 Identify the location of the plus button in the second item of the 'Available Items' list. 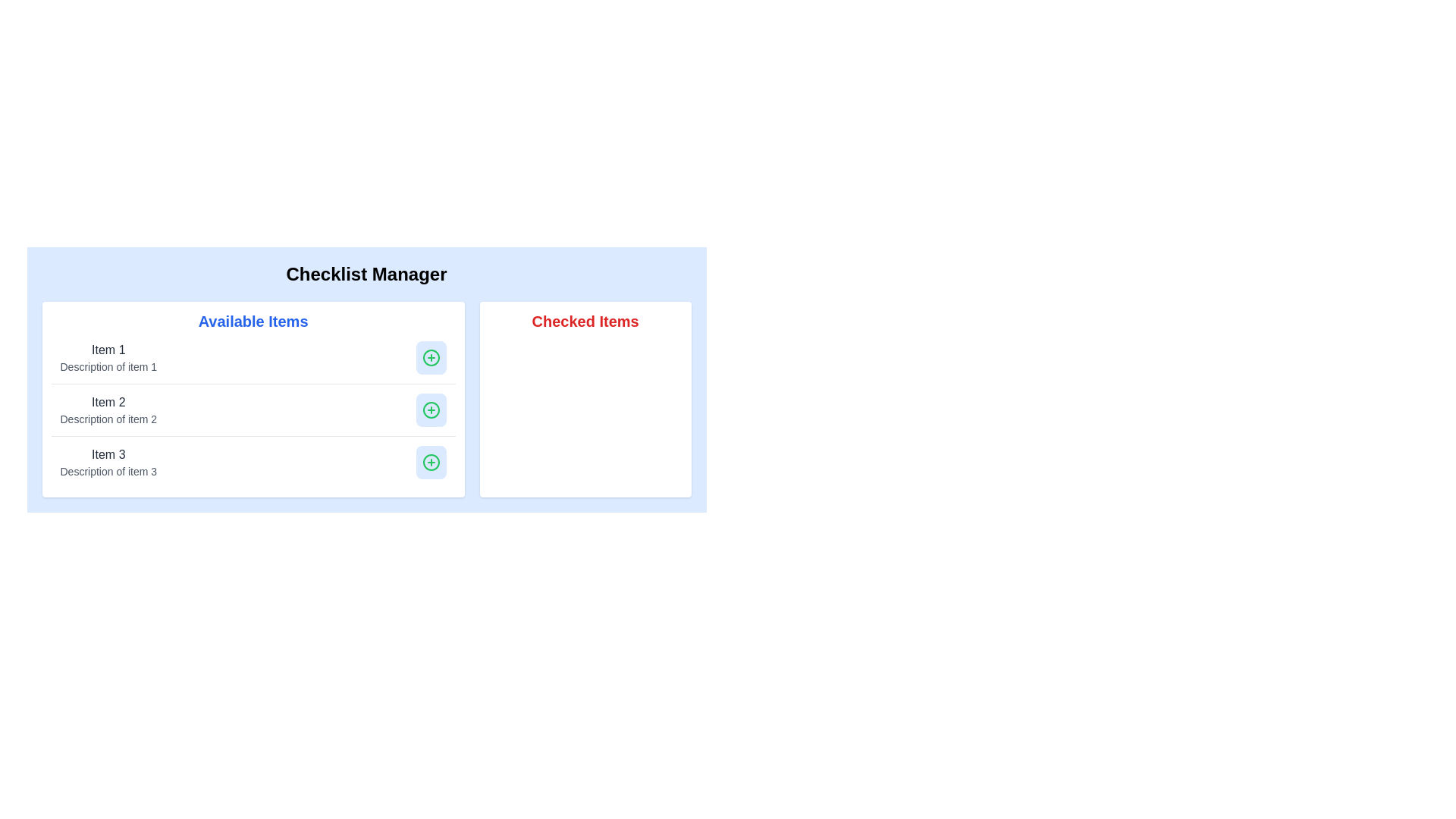
(366, 399).